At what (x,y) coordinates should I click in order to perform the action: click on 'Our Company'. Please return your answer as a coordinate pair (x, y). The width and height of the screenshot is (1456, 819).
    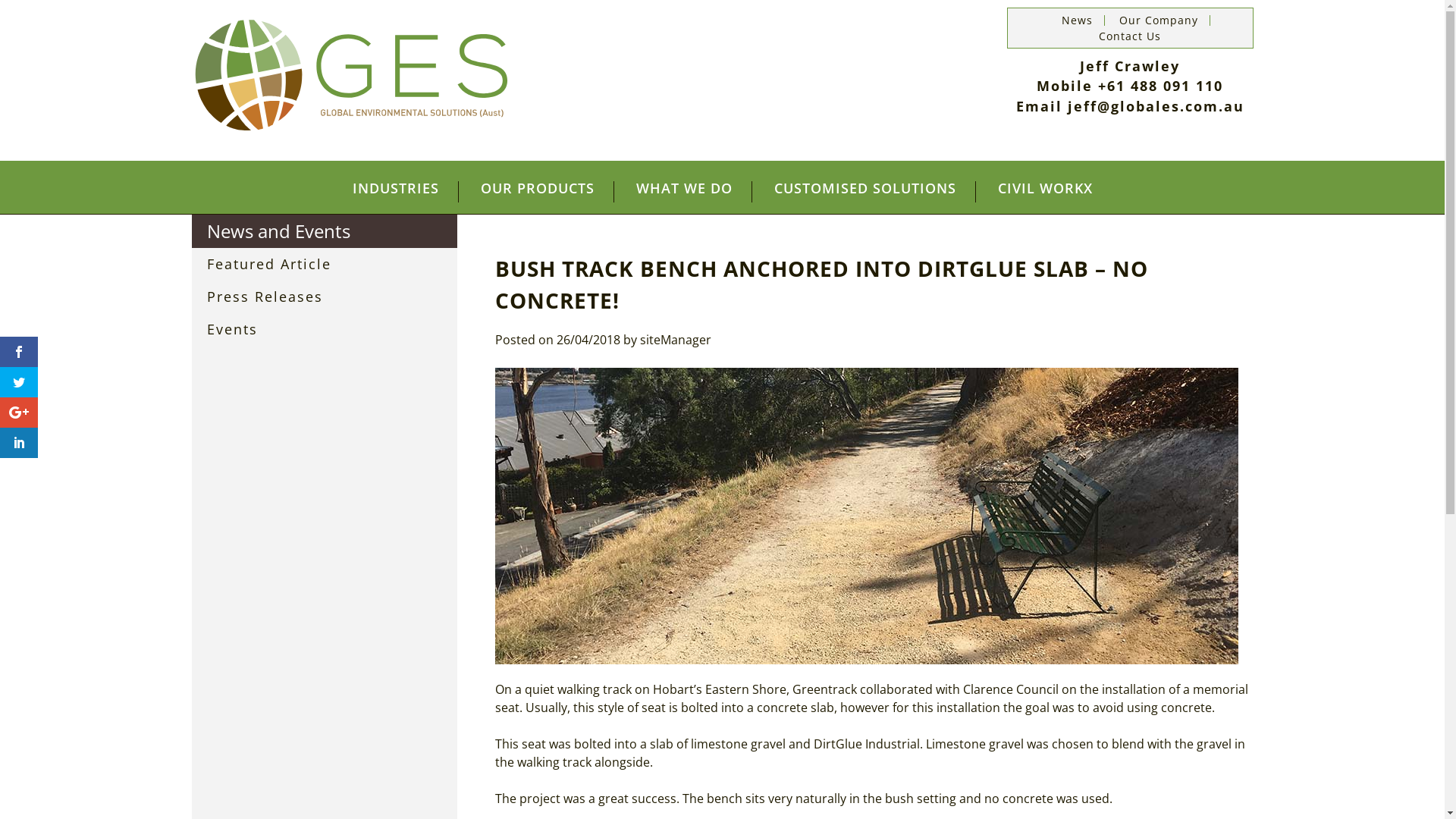
    Looking at the image, I should click on (1157, 20).